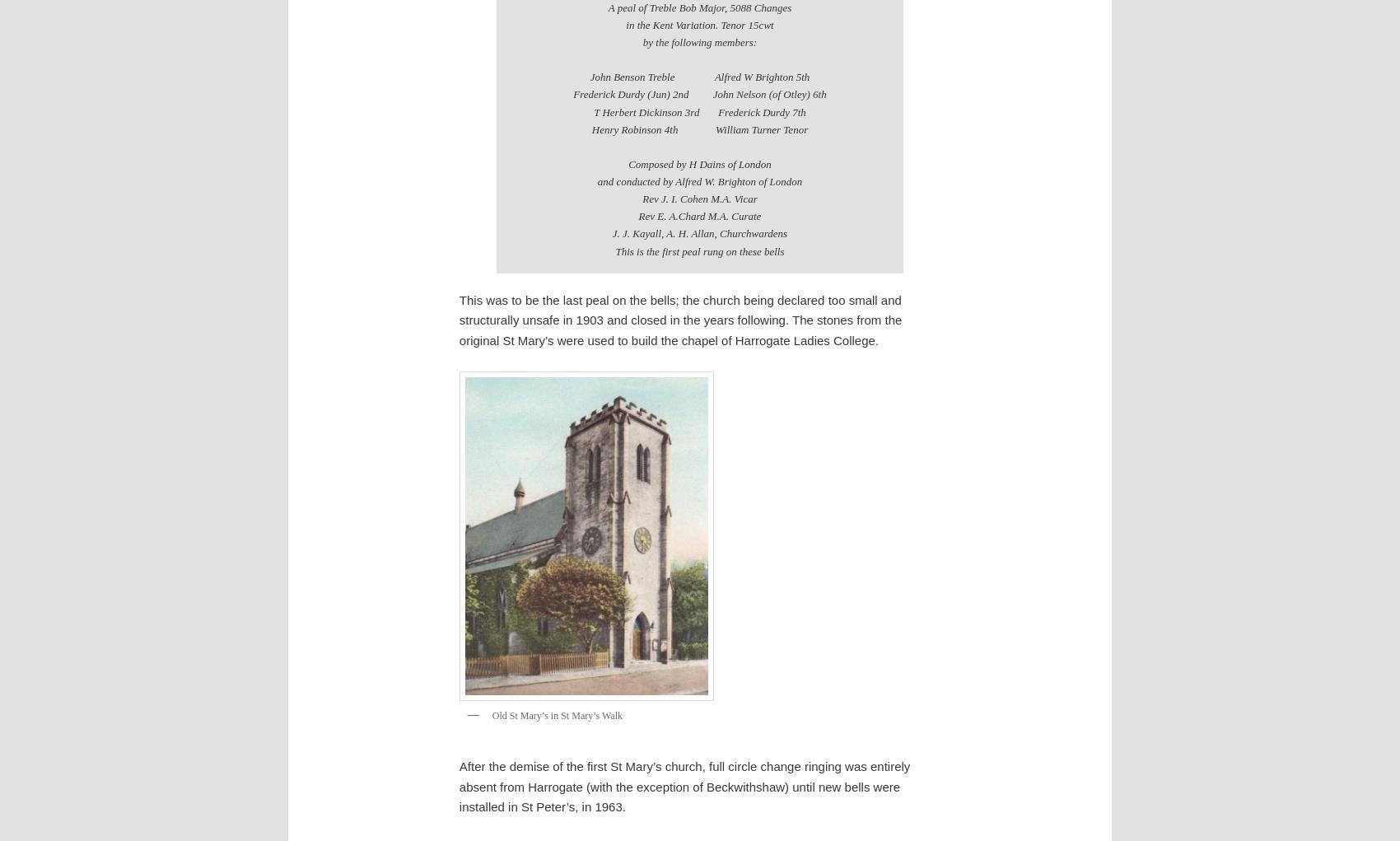  What do you see at coordinates (698, 76) in the screenshot?
I see `'John Benson Treble               Alfred W Brighton 5th'` at bounding box center [698, 76].